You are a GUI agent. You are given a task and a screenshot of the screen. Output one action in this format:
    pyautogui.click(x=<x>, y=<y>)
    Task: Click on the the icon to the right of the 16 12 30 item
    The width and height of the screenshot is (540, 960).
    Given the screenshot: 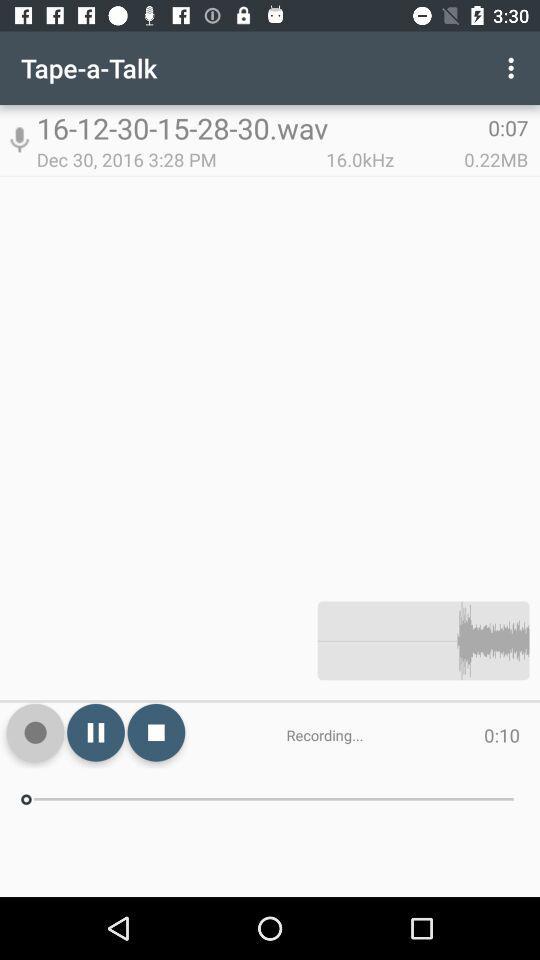 What is the action you would take?
    pyautogui.click(x=513, y=68)
    